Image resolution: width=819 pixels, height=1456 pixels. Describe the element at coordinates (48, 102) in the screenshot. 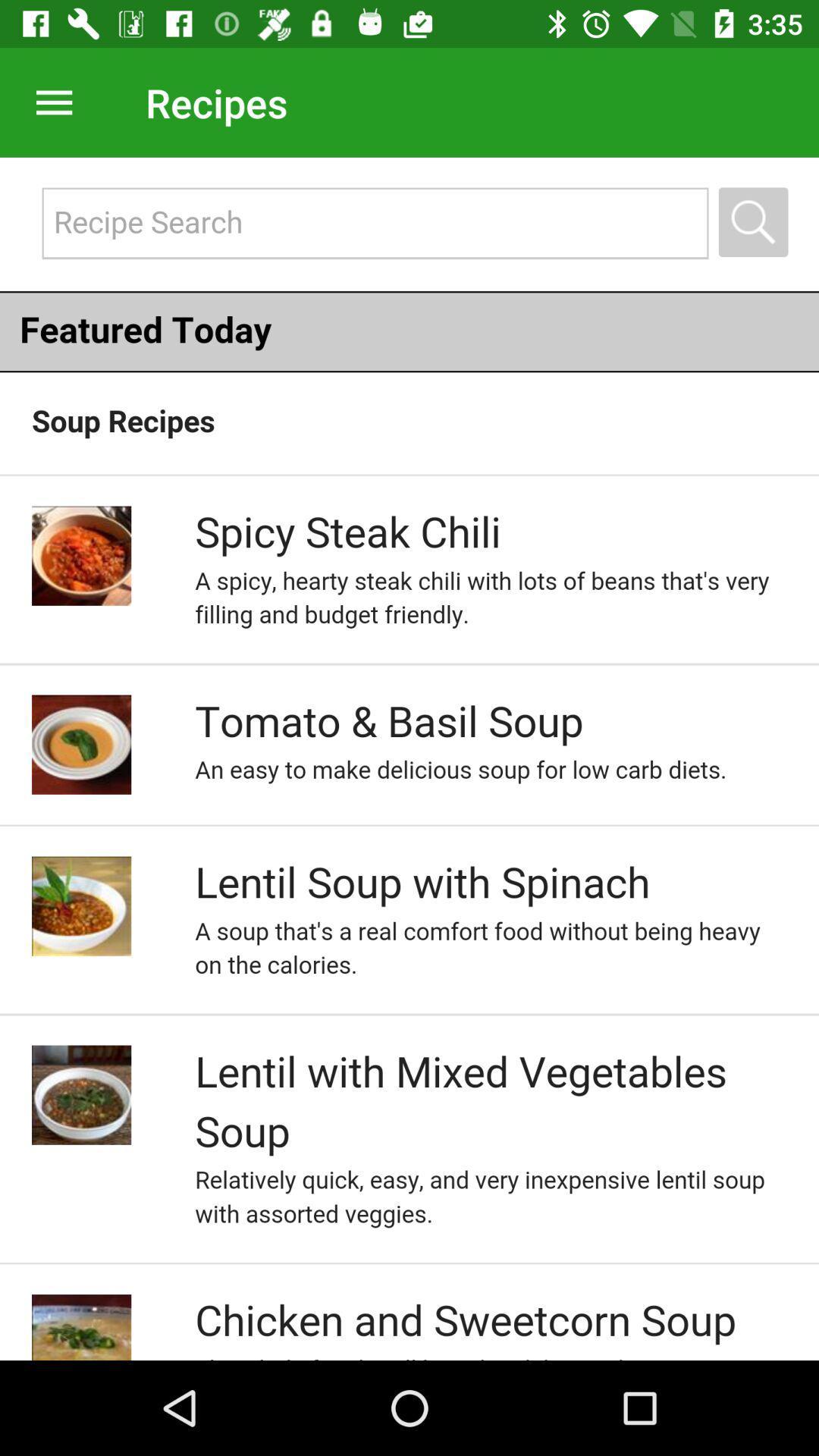

I see `my file seen` at that location.